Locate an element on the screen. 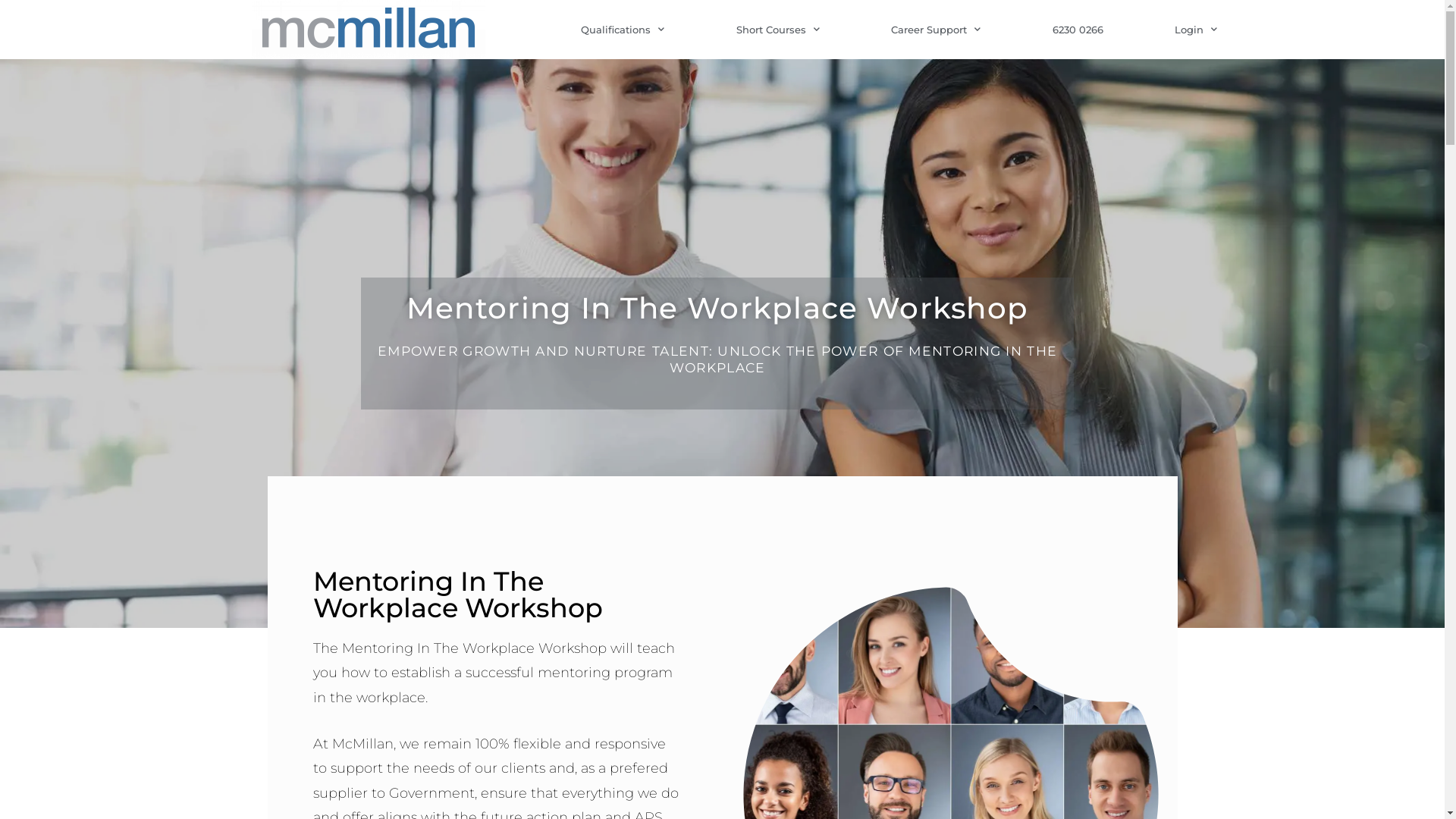  'Career Support' is located at coordinates (934, 29).